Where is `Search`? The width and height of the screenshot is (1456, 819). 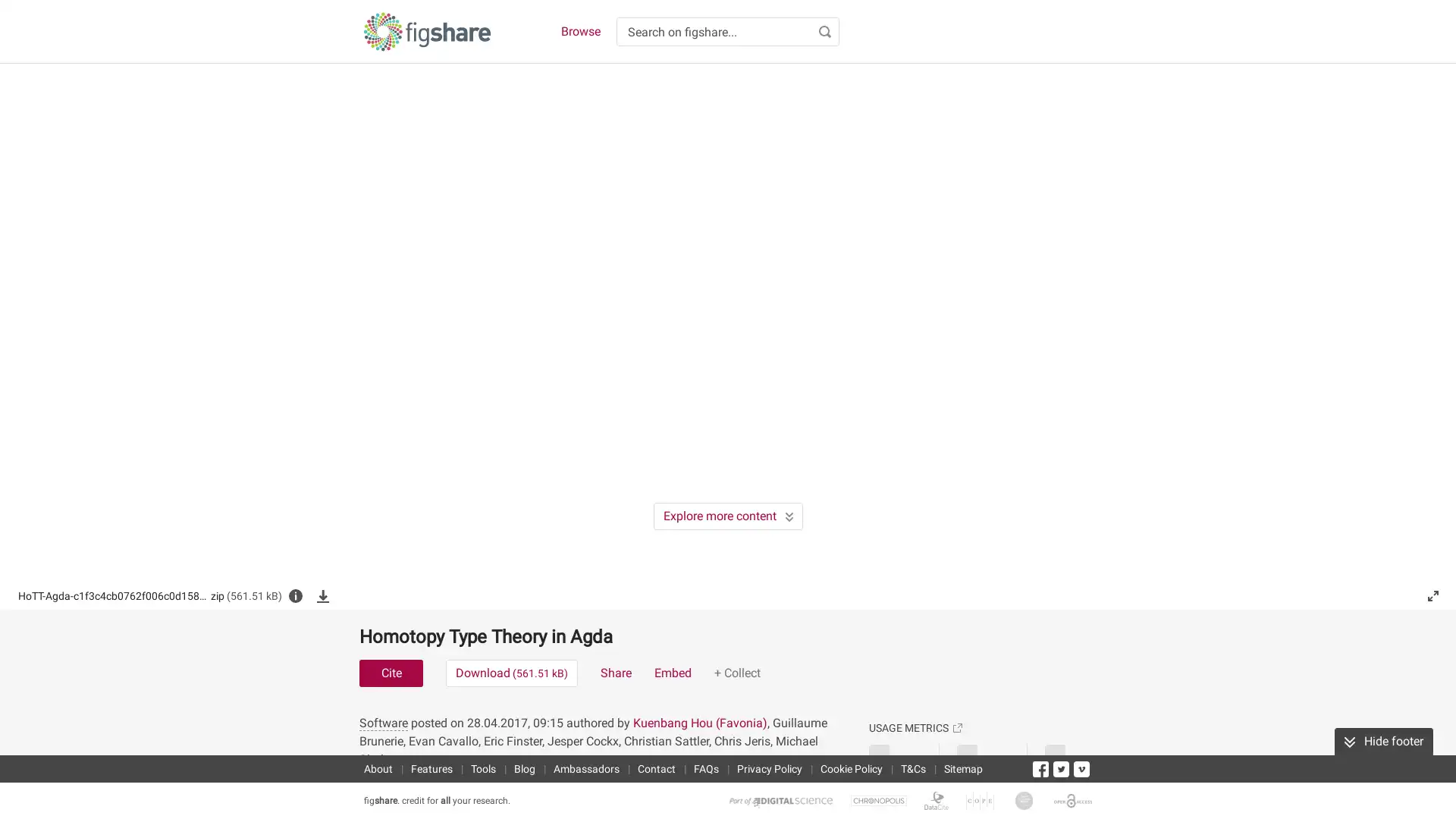
Search is located at coordinates (824, 82).